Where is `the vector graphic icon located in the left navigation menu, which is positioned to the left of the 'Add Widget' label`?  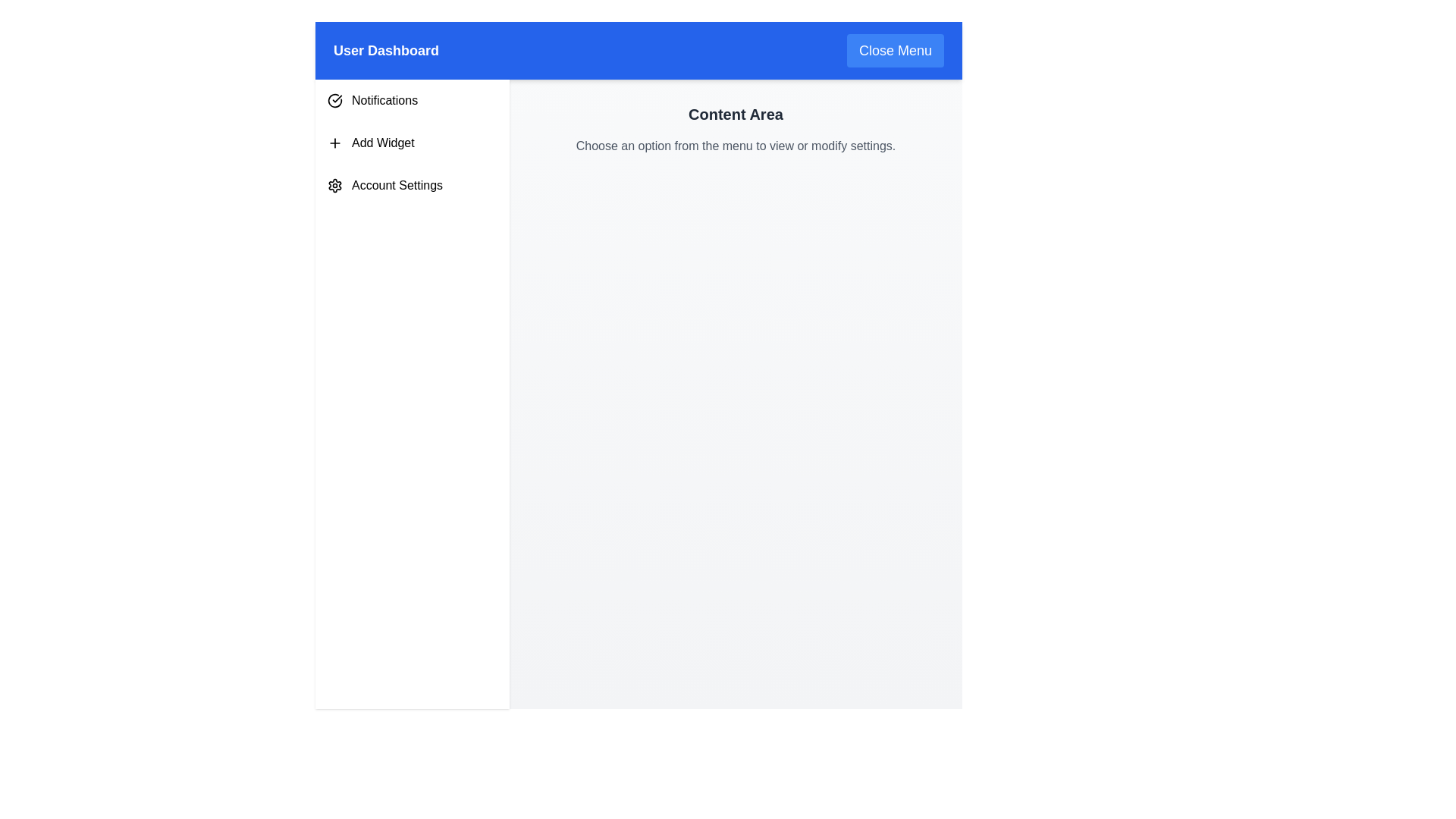
the vector graphic icon located in the left navigation menu, which is positioned to the left of the 'Add Widget' label is located at coordinates (334, 143).